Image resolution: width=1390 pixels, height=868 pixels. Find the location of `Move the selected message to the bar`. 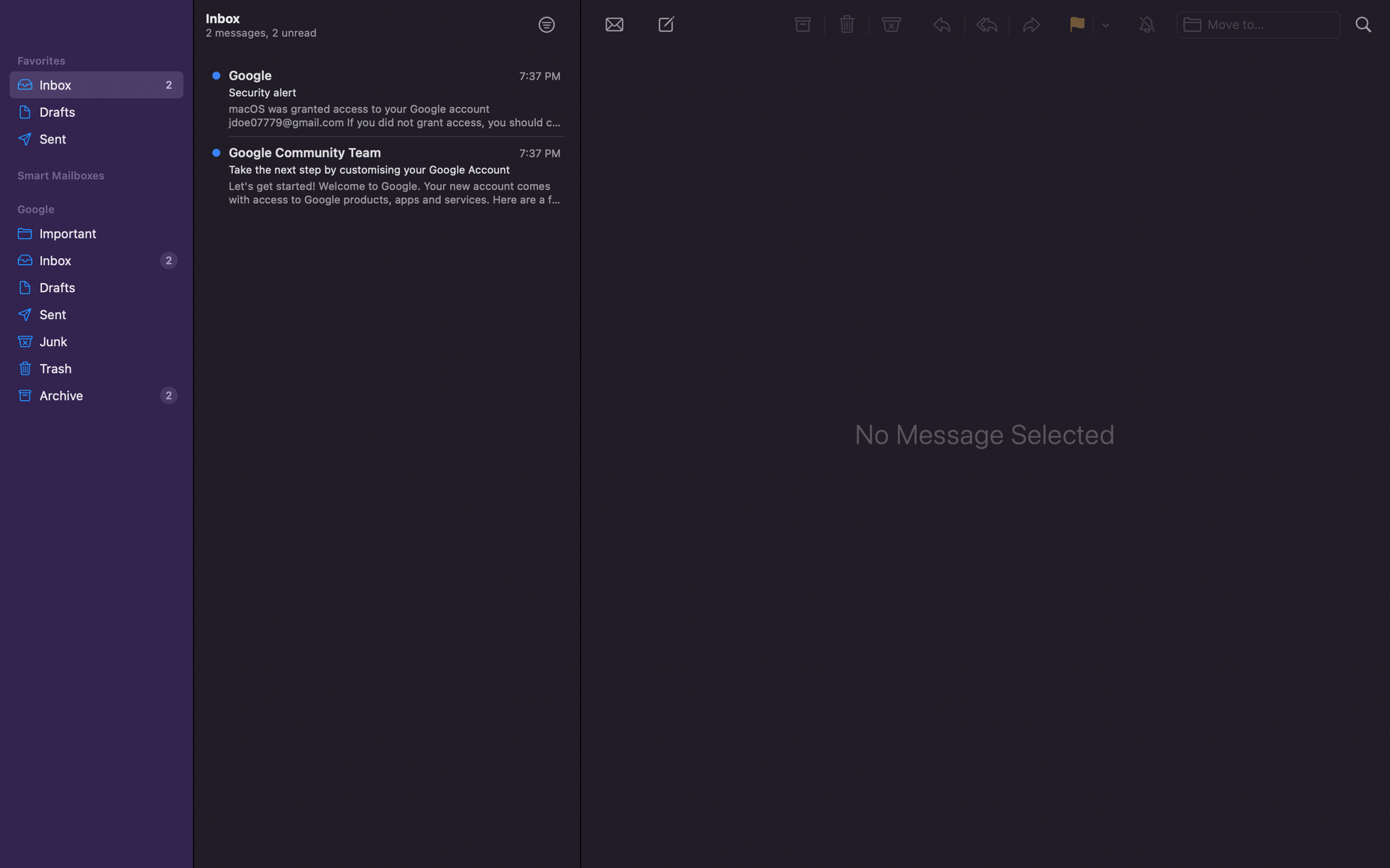

Move the selected message to the bar is located at coordinates (1260, 22).